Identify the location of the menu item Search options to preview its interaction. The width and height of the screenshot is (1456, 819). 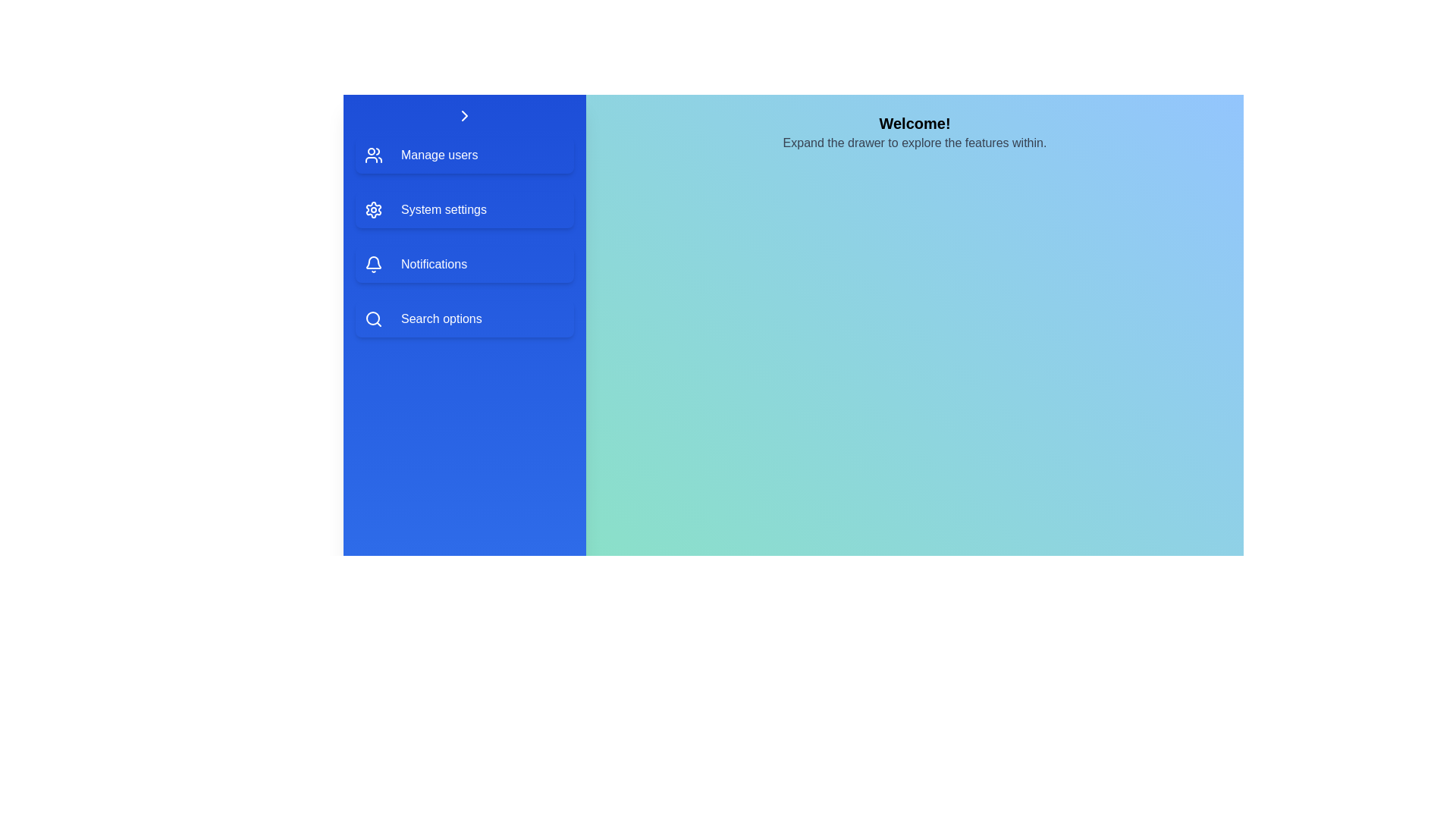
(464, 318).